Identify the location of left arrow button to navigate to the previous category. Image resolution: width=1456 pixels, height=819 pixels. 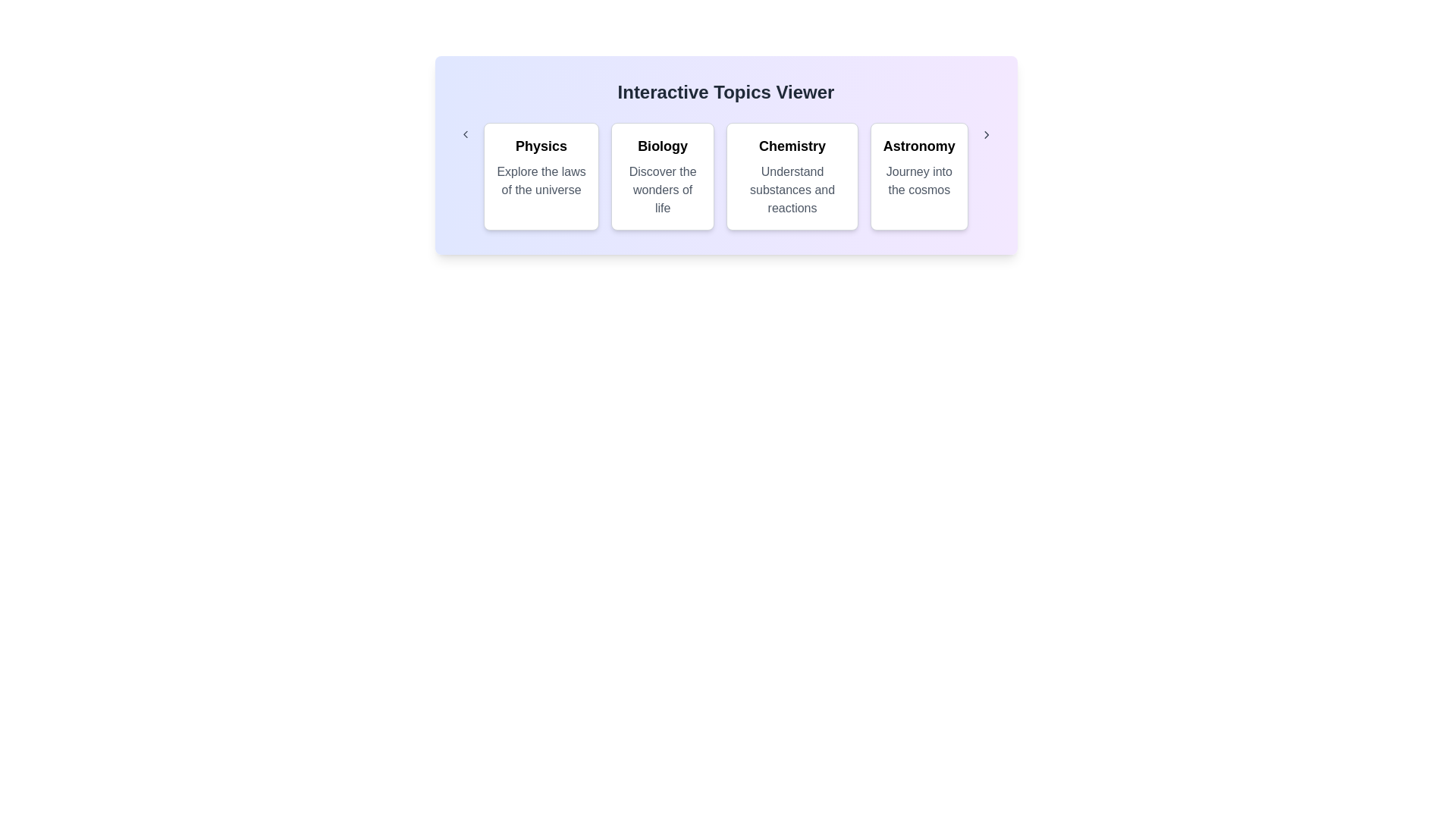
(464, 133).